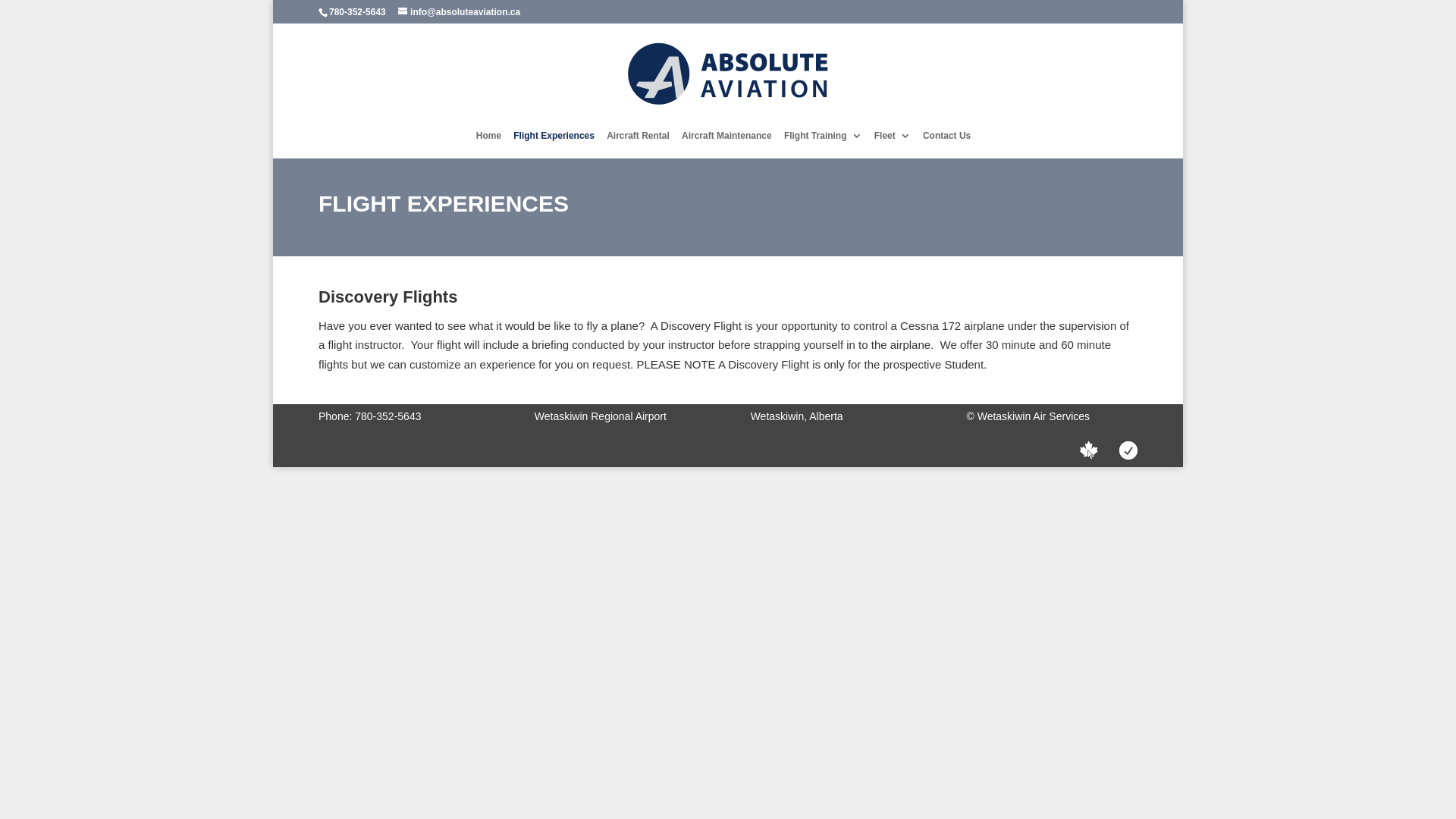 This screenshot has height=819, width=1456. Describe the element at coordinates (458, 11) in the screenshot. I see `'info@absoluteaviation.ca'` at that location.